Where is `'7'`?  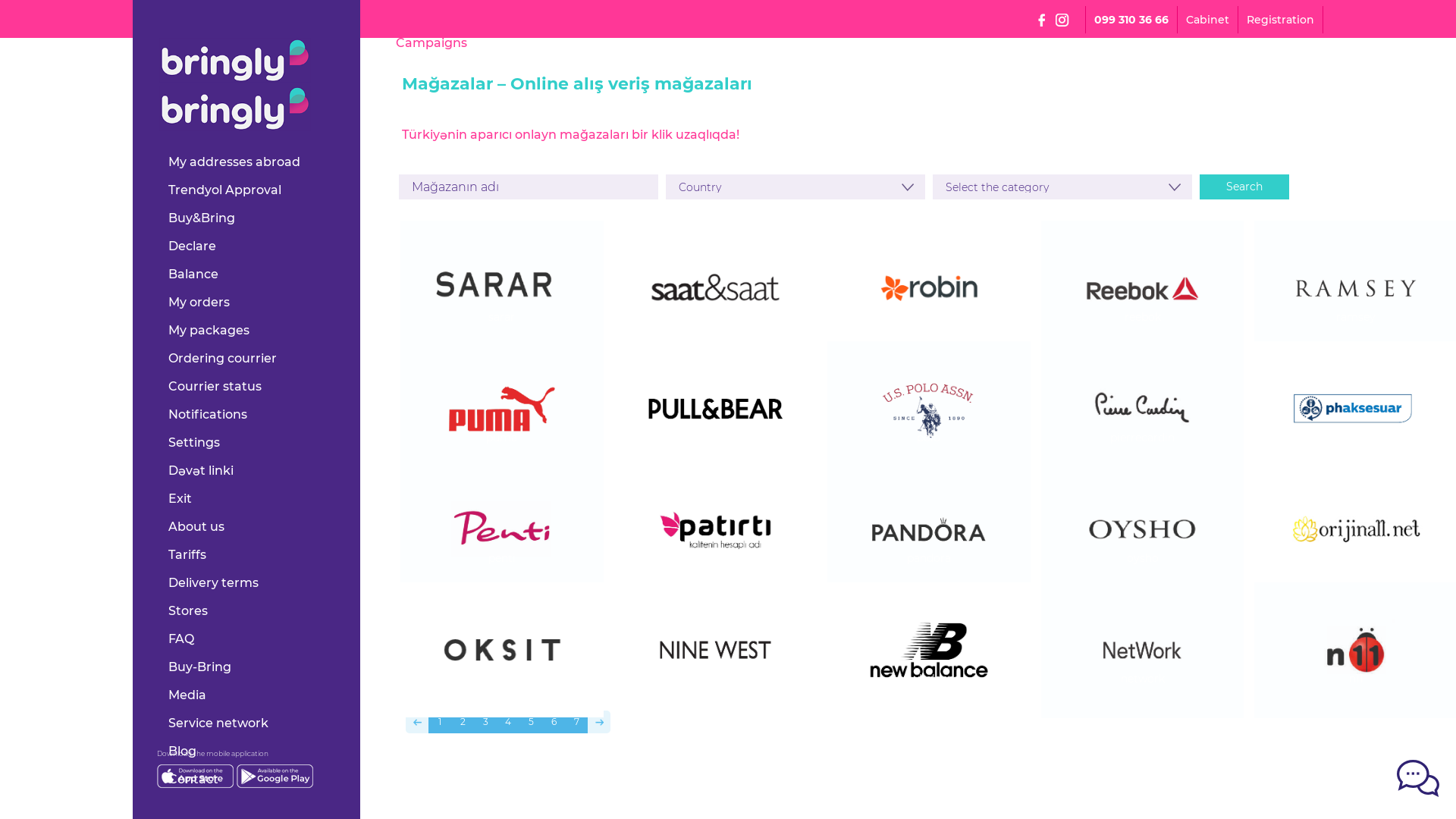
'7' is located at coordinates (575, 721).